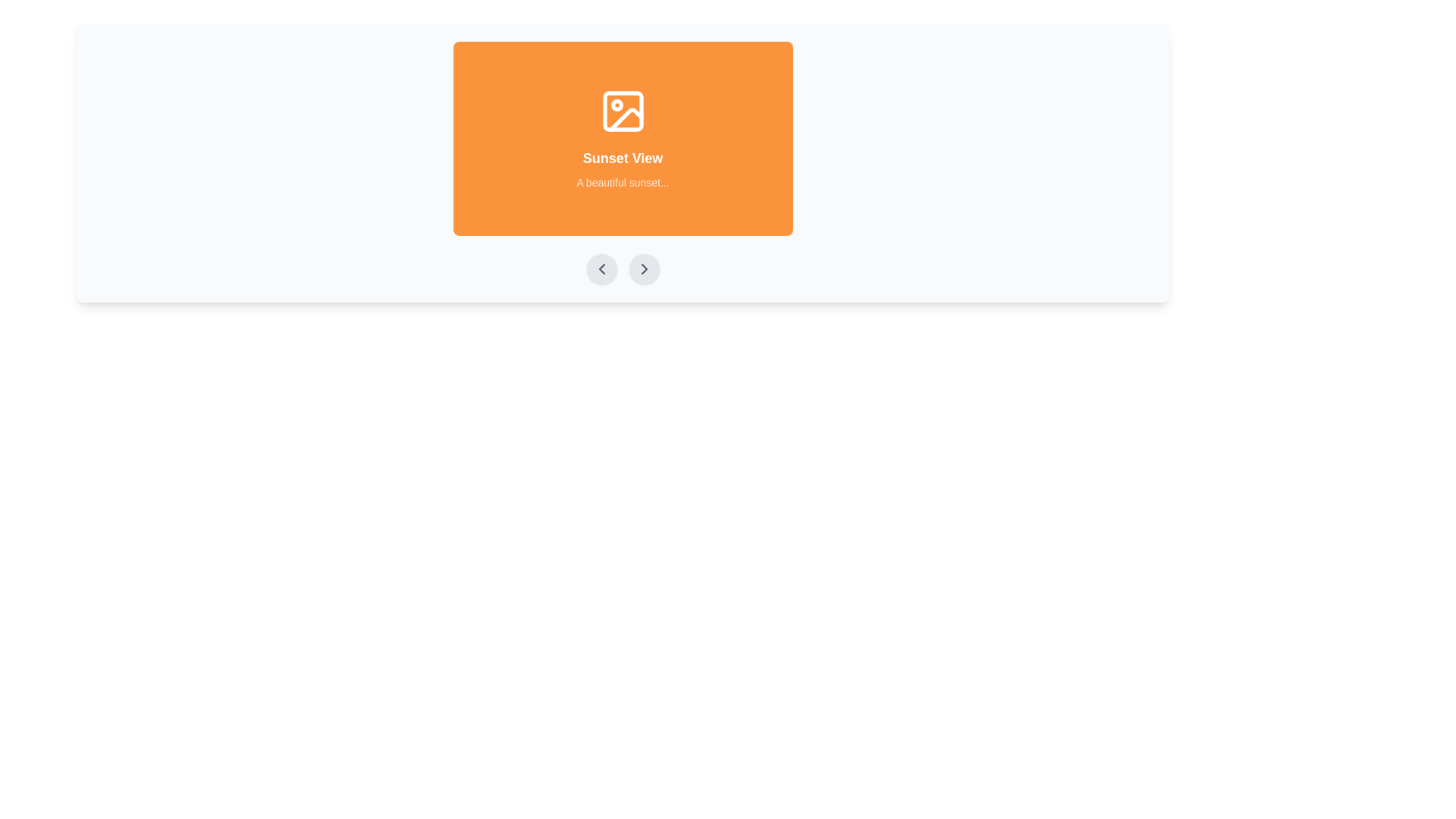 Image resolution: width=1456 pixels, height=819 pixels. What do you see at coordinates (601, 268) in the screenshot?
I see `the left-pointing arrow icon within the circular button` at bounding box center [601, 268].